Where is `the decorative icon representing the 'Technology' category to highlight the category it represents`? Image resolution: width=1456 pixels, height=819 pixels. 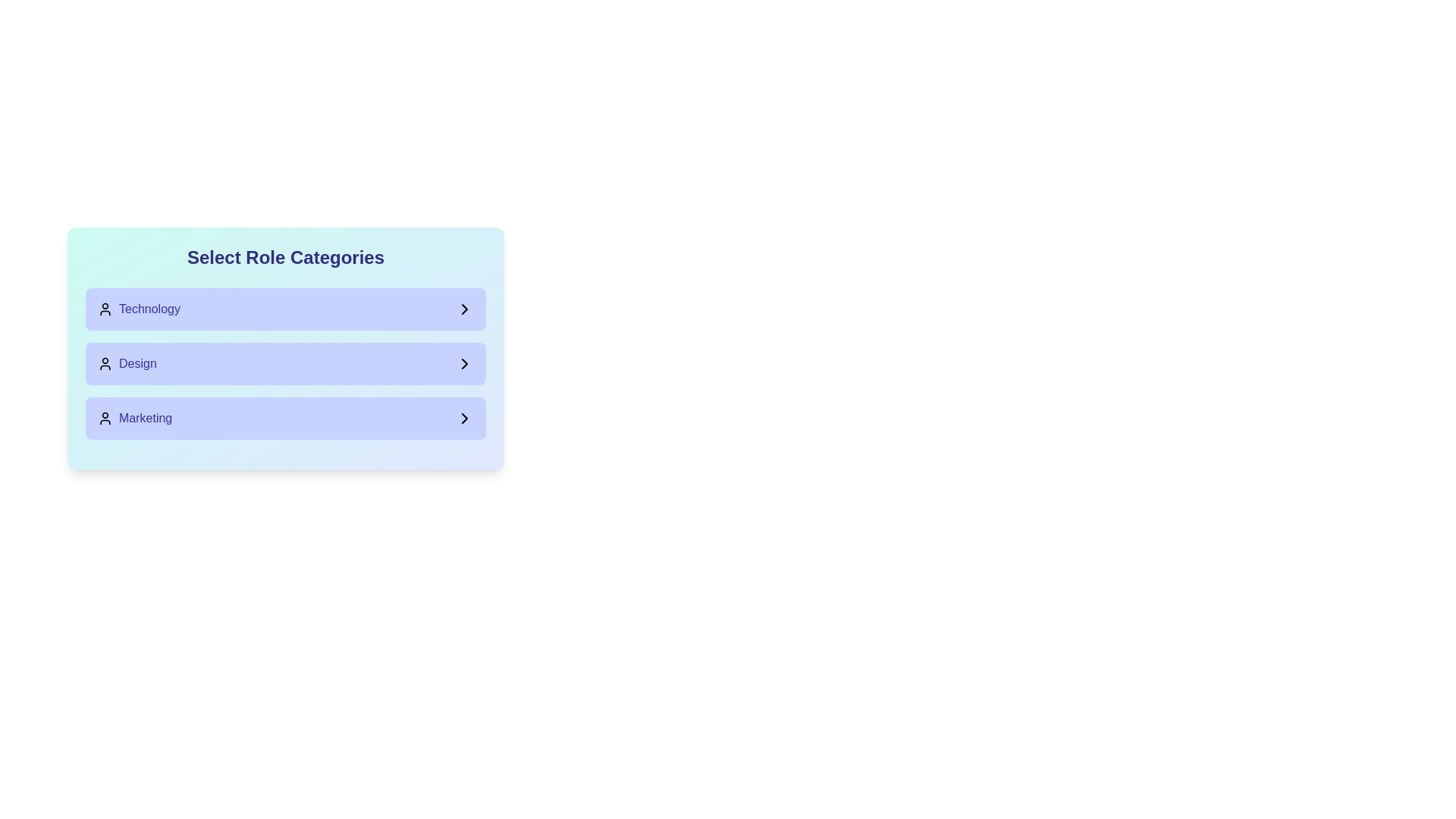
the decorative icon representing the 'Technology' category to highlight the category it represents is located at coordinates (105, 309).